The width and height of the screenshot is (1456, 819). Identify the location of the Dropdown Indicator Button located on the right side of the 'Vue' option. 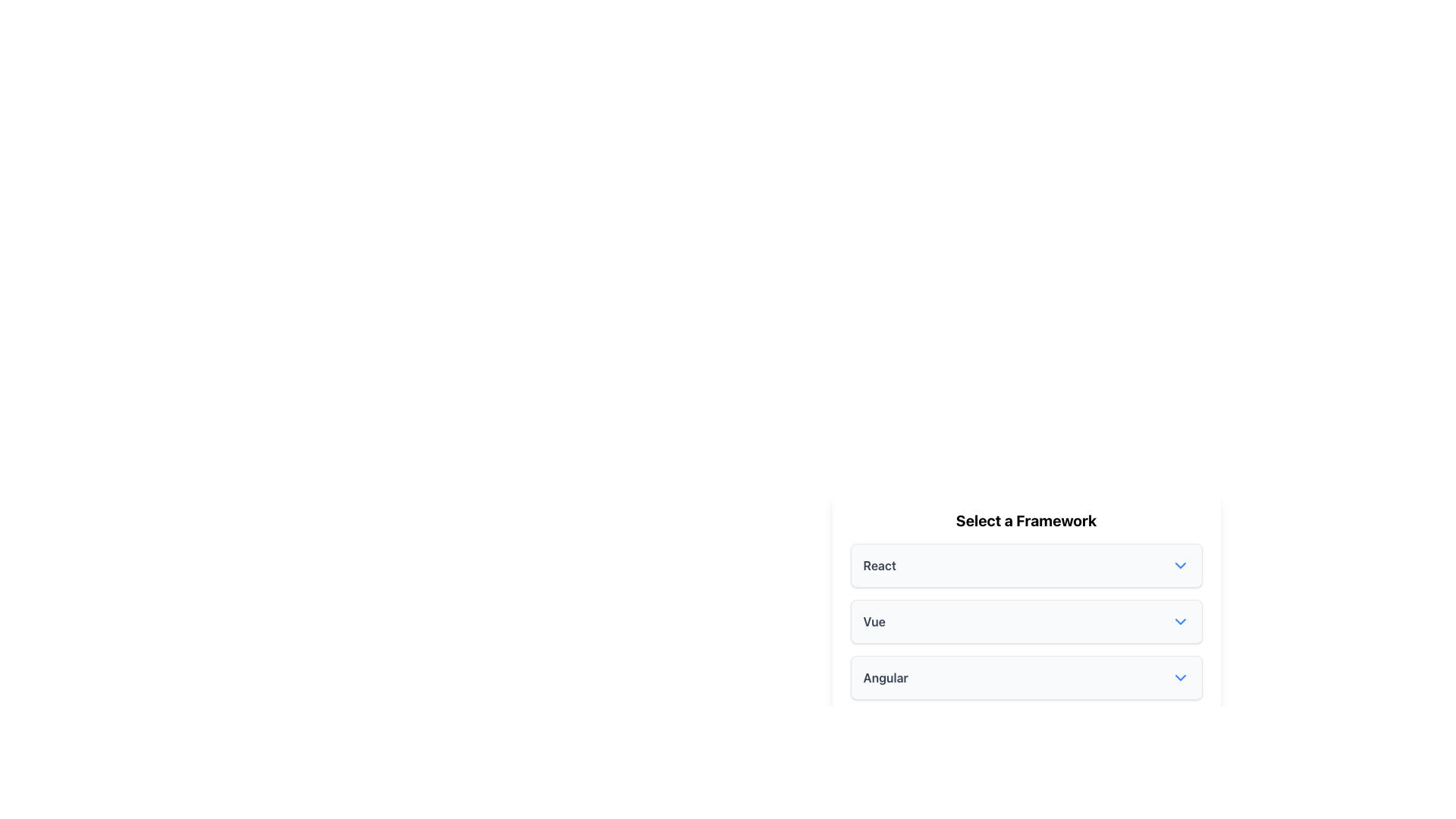
(1179, 622).